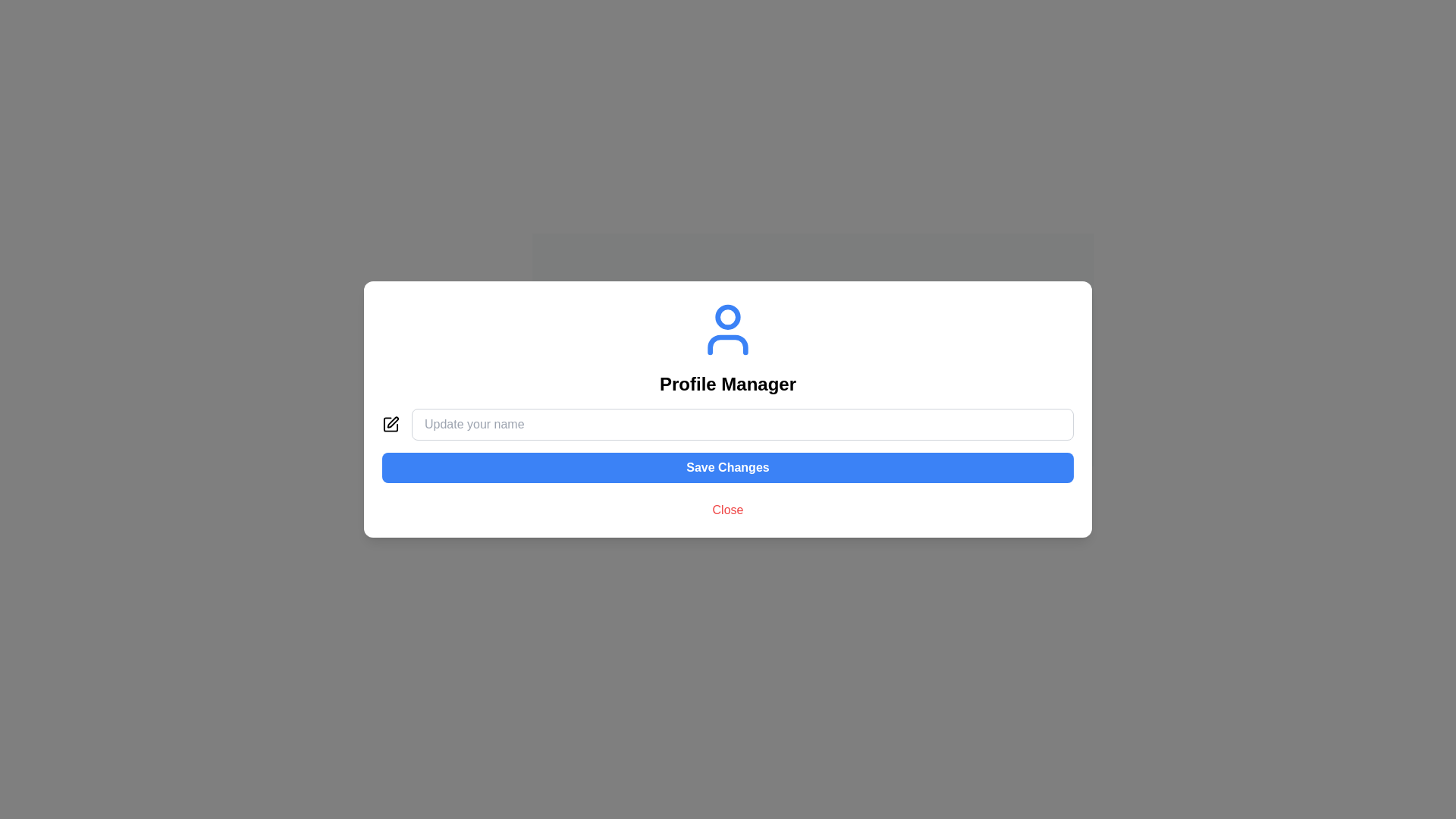 This screenshot has height=819, width=1456. What do you see at coordinates (728, 315) in the screenshot?
I see `the user icon representation, which is a circular element positioned centrally above its sibling element in the SVG icon` at bounding box center [728, 315].